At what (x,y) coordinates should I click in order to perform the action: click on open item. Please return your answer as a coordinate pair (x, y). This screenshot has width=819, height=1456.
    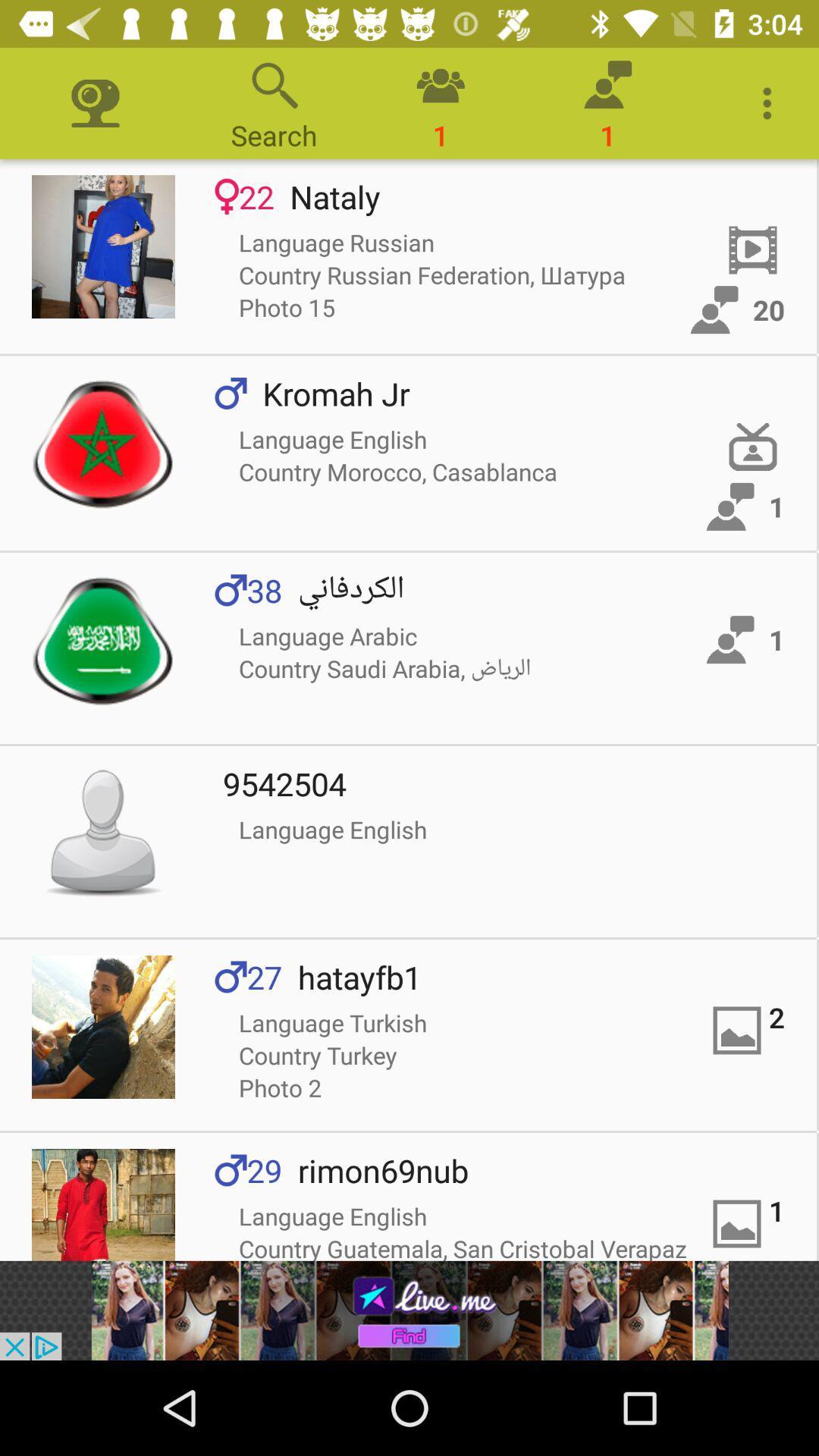
    Looking at the image, I should click on (102, 443).